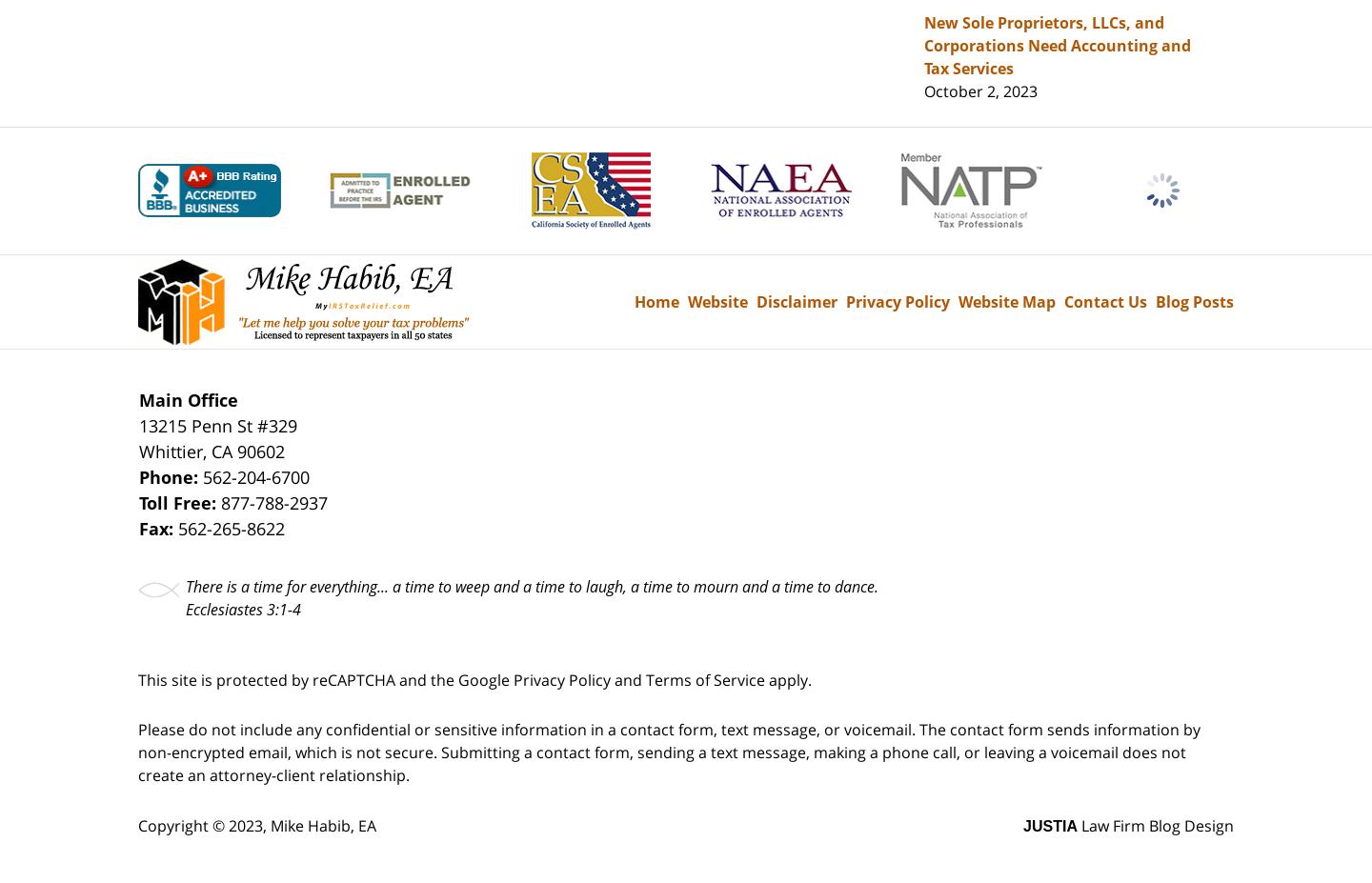 The image size is (1372, 883). Describe the element at coordinates (260, 450) in the screenshot. I see `'90602'` at that location.